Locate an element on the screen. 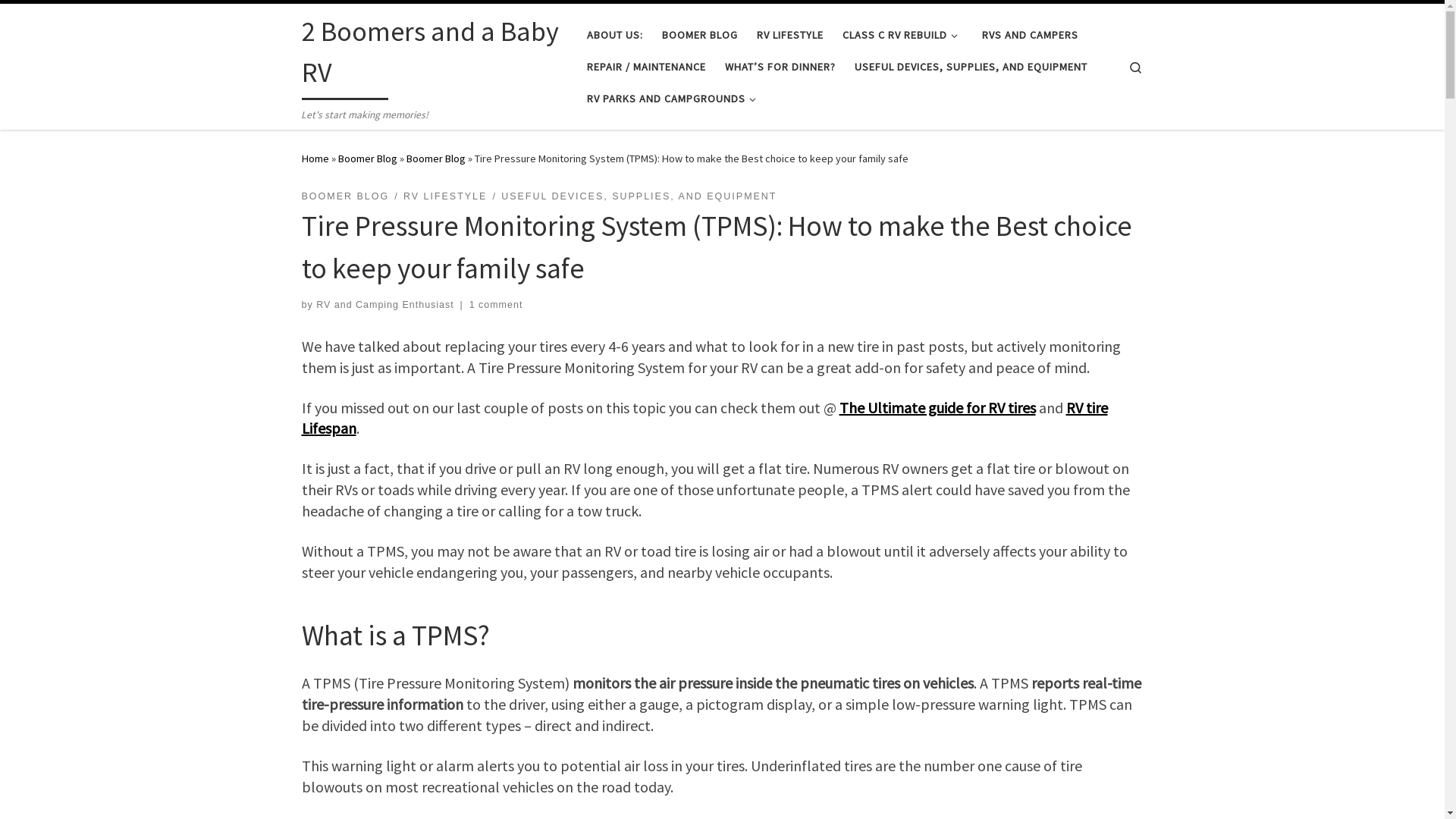  'RVS AND CAMPERS' is located at coordinates (977, 34).